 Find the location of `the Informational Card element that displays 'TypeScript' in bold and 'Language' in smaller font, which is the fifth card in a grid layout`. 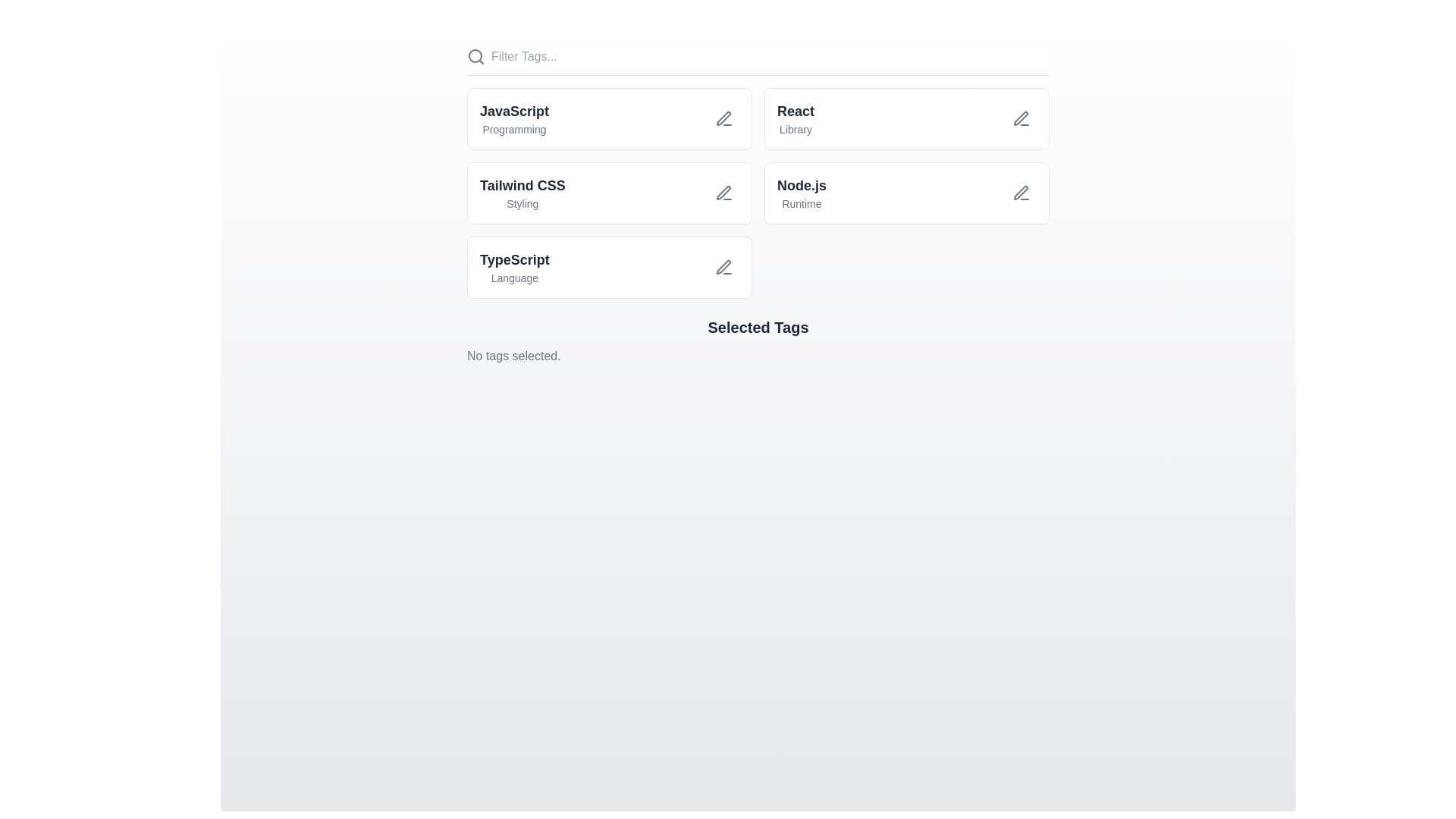

the Informational Card element that displays 'TypeScript' in bold and 'Language' in smaller font, which is the fifth card in a grid layout is located at coordinates (610, 267).